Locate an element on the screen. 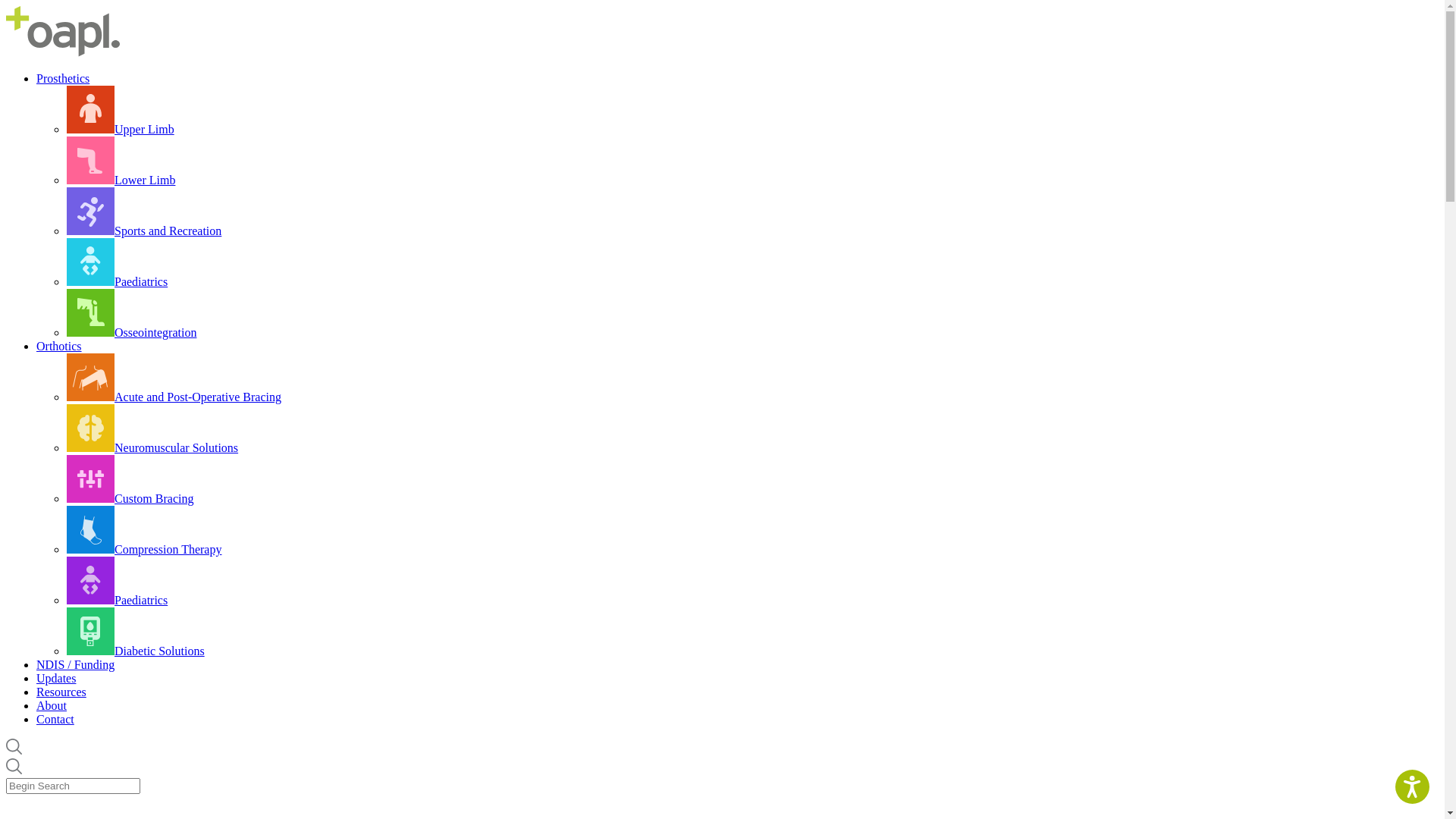 The height and width of the screenshot is (819, 1456). 'Prosthetics' is located at coordinates (61, 78).